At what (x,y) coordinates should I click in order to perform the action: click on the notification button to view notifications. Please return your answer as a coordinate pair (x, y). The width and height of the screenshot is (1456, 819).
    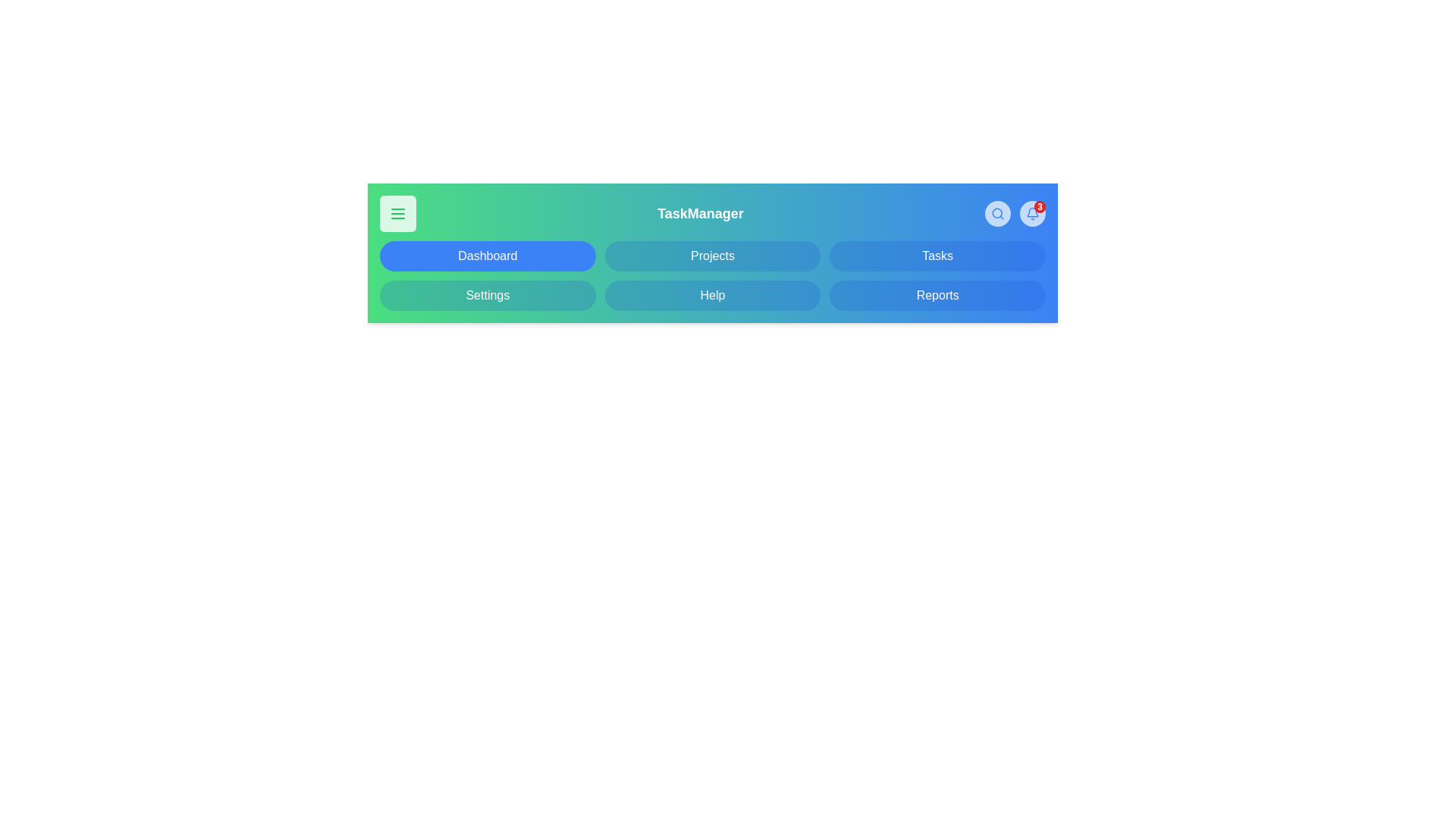
    Looking at the image, I should click on (1032, 213).